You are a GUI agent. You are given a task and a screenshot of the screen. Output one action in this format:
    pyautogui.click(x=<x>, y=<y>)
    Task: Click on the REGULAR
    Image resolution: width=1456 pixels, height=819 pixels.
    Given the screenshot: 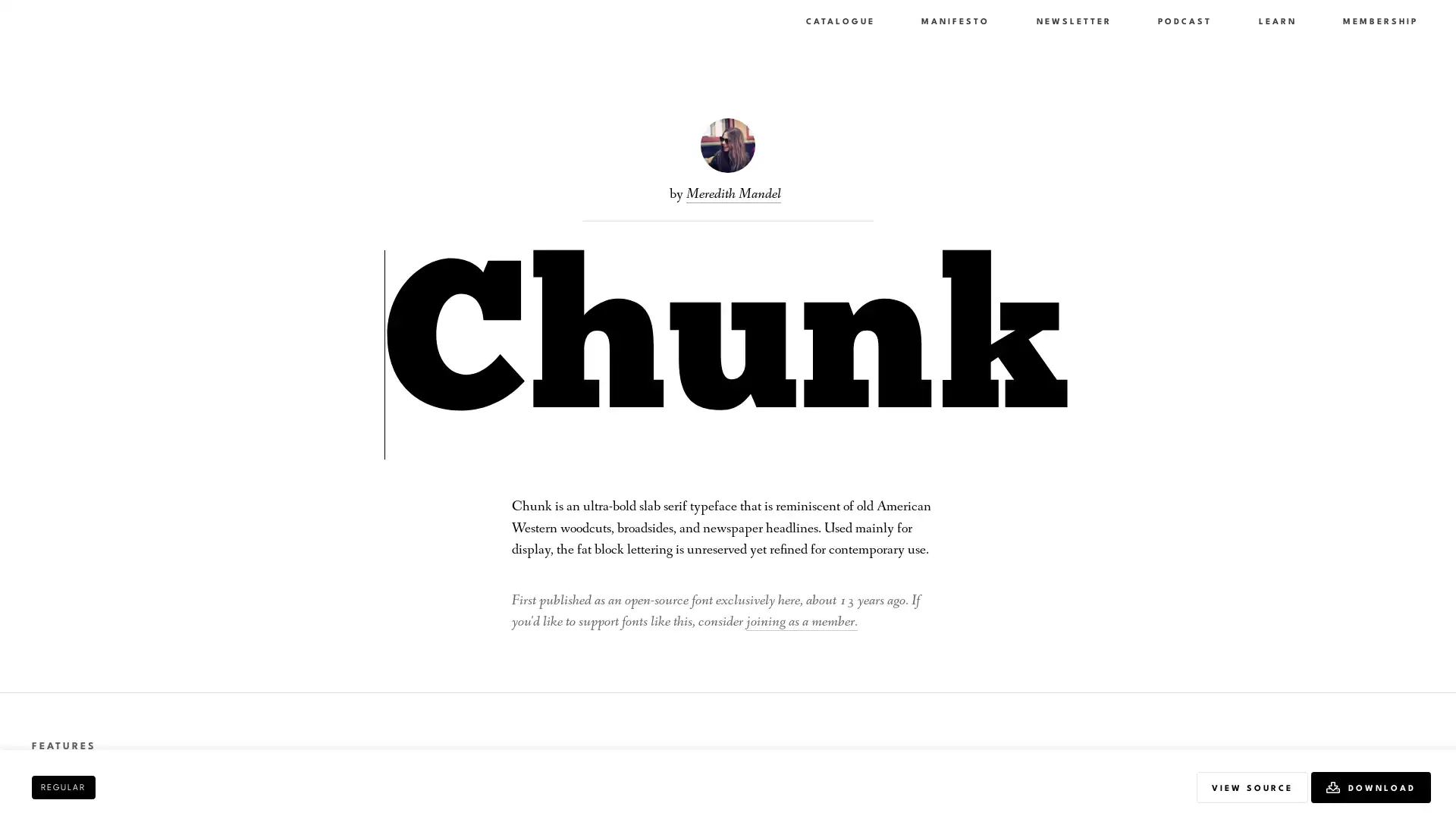 What is the action you would take?
    pyautogui.click(x=62, y=786)
    